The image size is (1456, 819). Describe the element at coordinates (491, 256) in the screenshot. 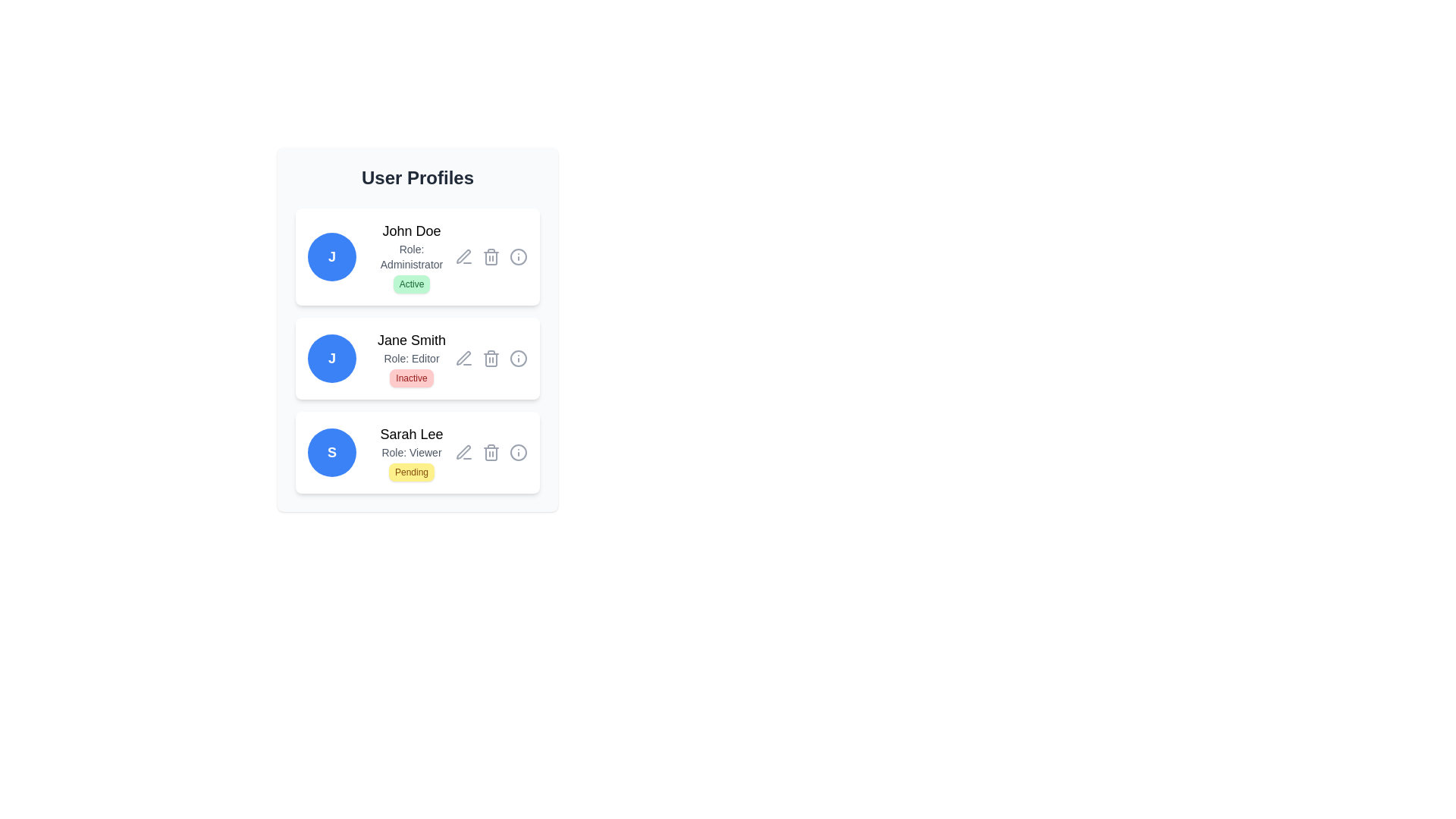

I see `the delete action button icon located to the right of the entry for 'John Doe' in the user profile list to initiate the deletion process` at that location.